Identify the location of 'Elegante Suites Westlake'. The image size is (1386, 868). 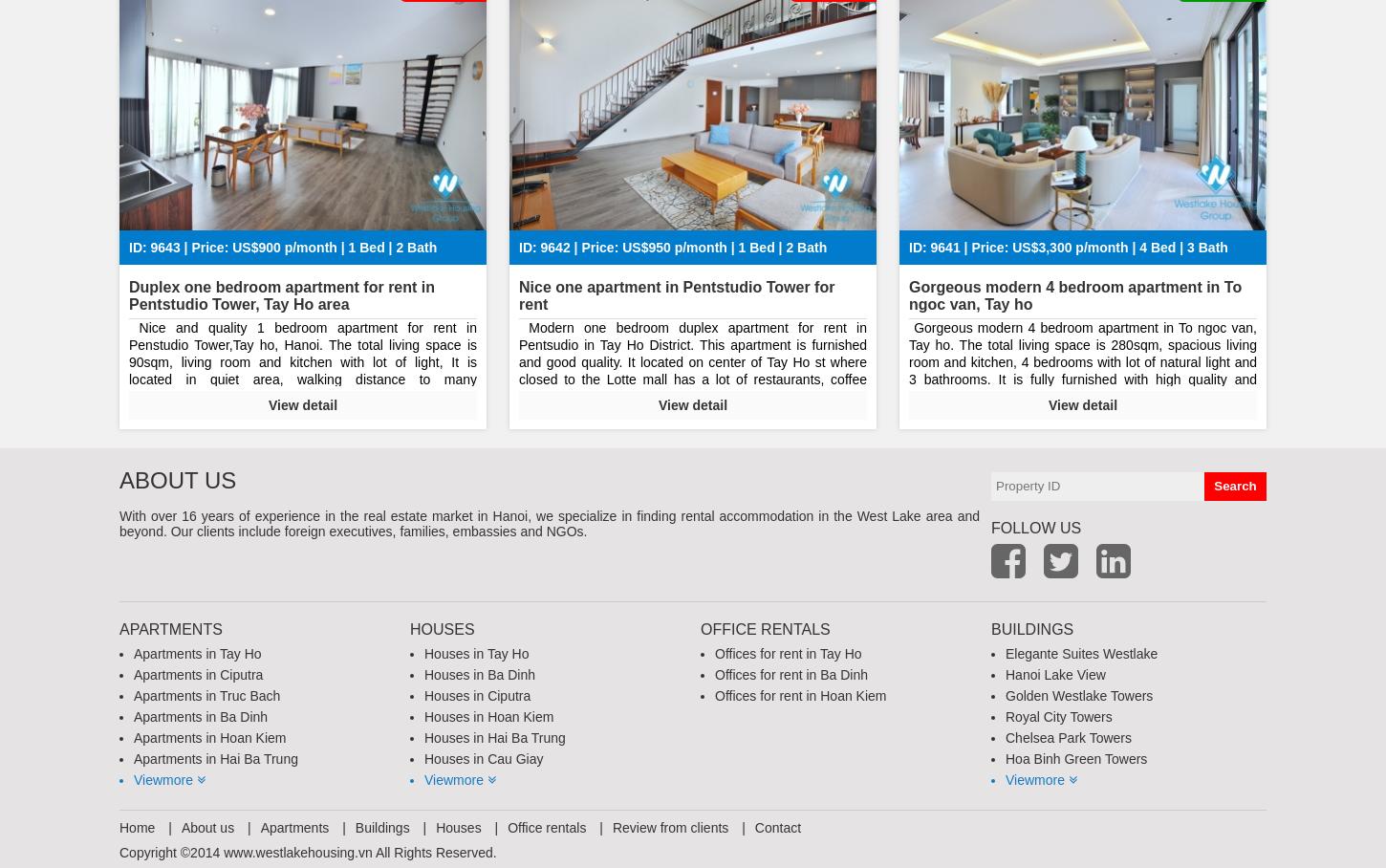
(1005, 651).